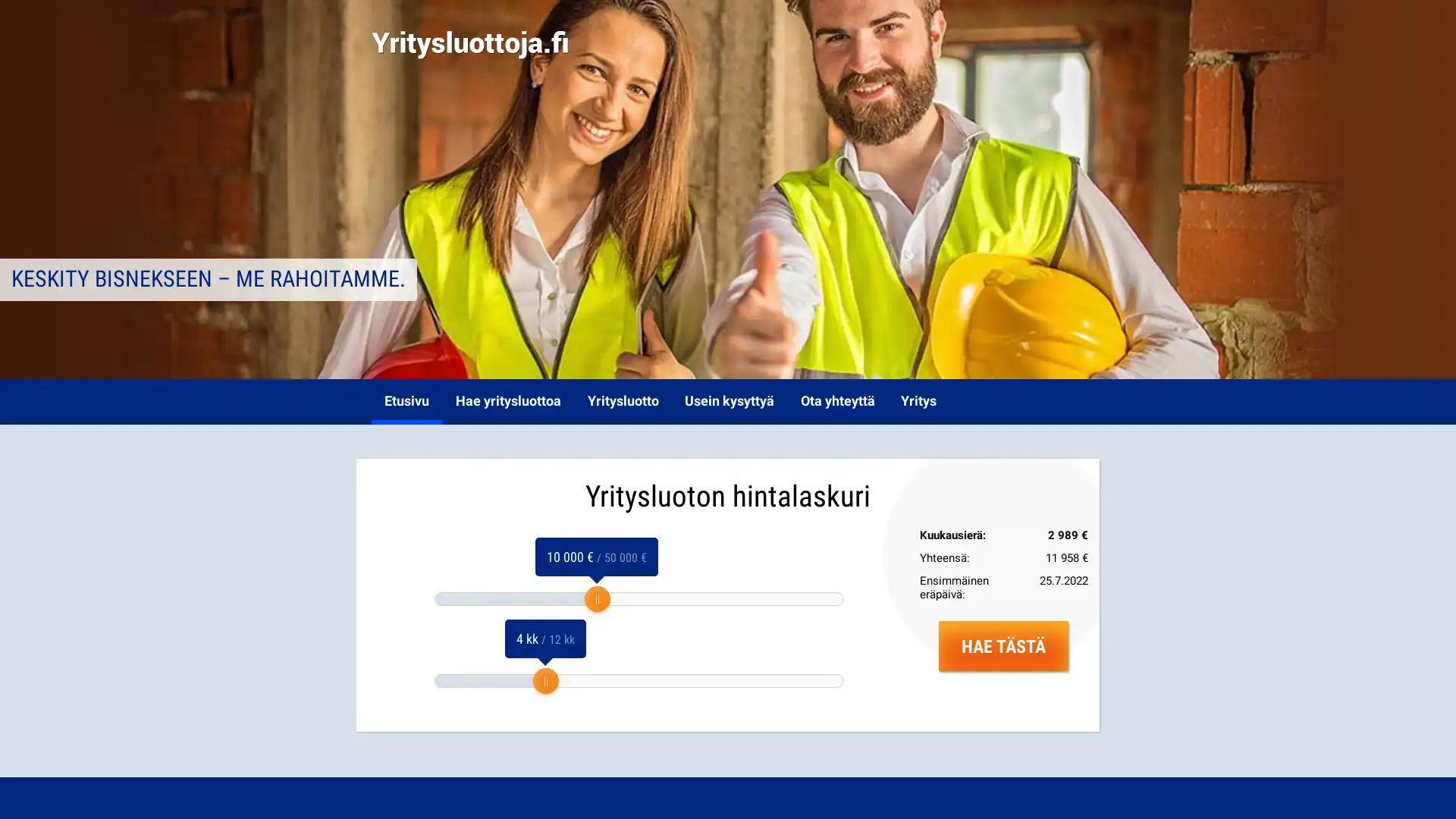 The width and height of the screenshot is (1456, 819). What do you see at coordinates (1003, 645) in the screenshot?
I see `Hae tasta` at bounding box center [1003, 645].